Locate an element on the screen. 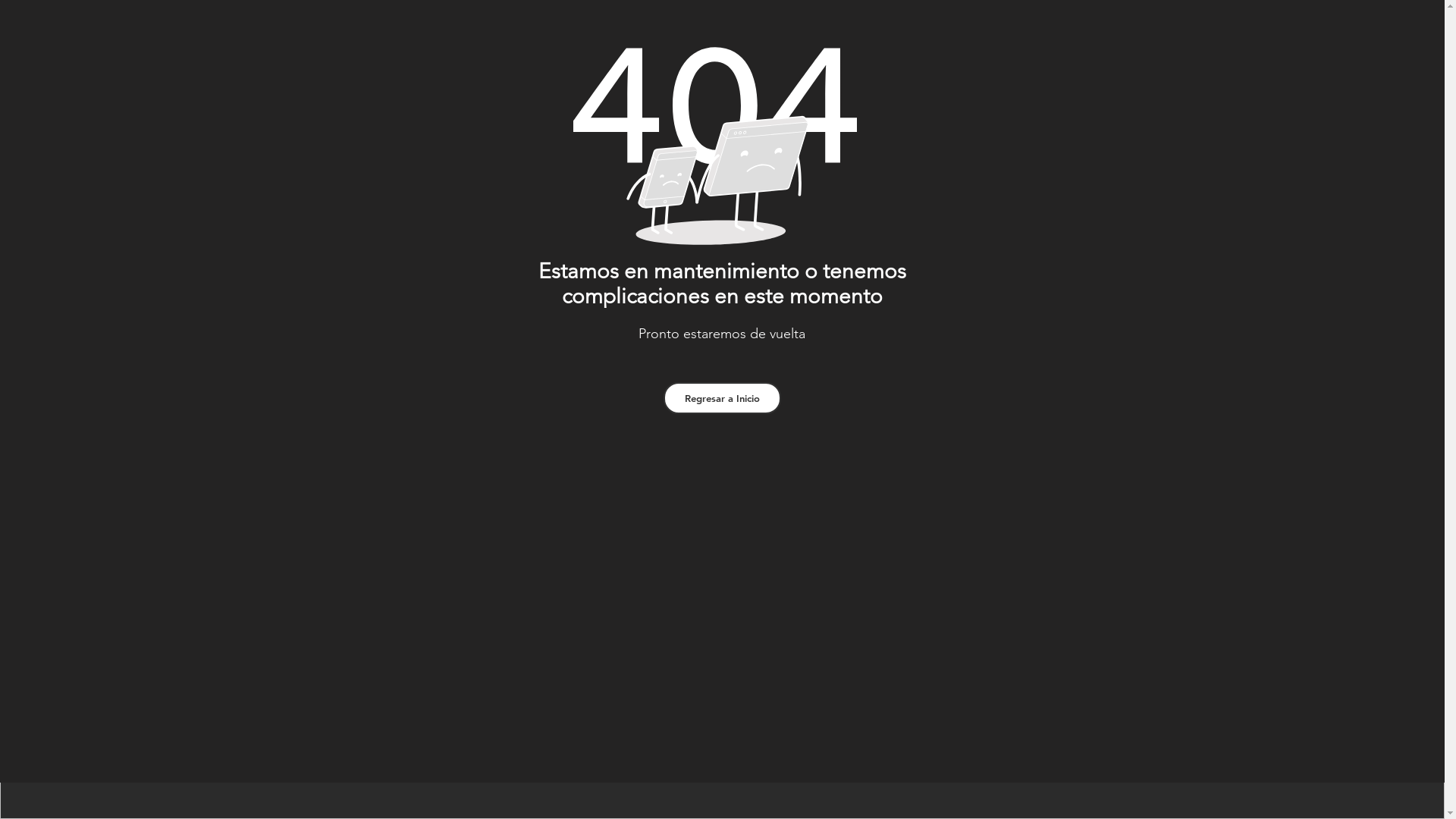  'Regresar a Inicio' is located at coordinates (720, 397).